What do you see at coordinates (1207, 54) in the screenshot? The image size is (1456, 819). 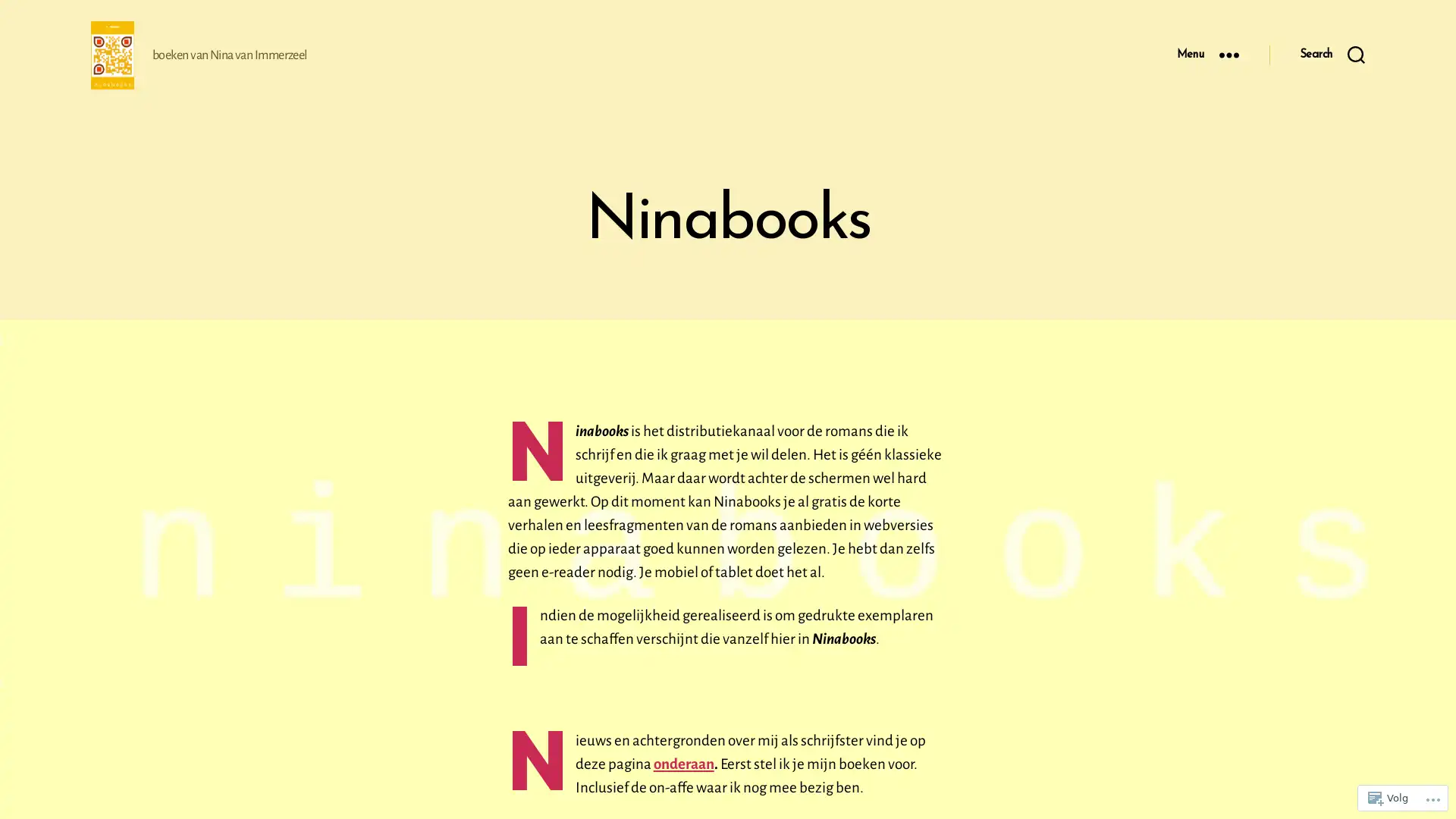 I see `Menu` at bounding box center [1207, 54].